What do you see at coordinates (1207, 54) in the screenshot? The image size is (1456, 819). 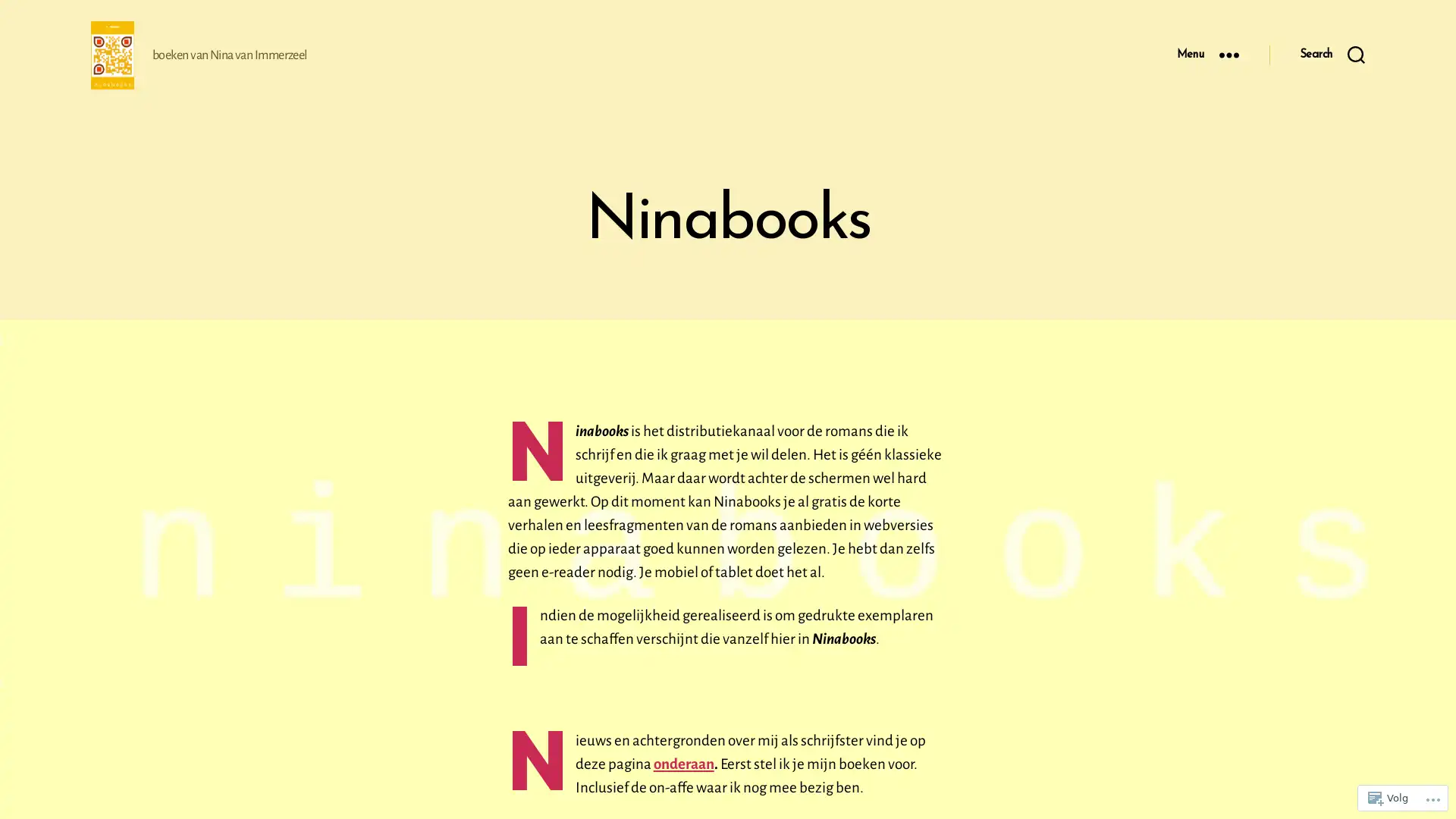 I see `Menu` at bounding box center [1207, 54].